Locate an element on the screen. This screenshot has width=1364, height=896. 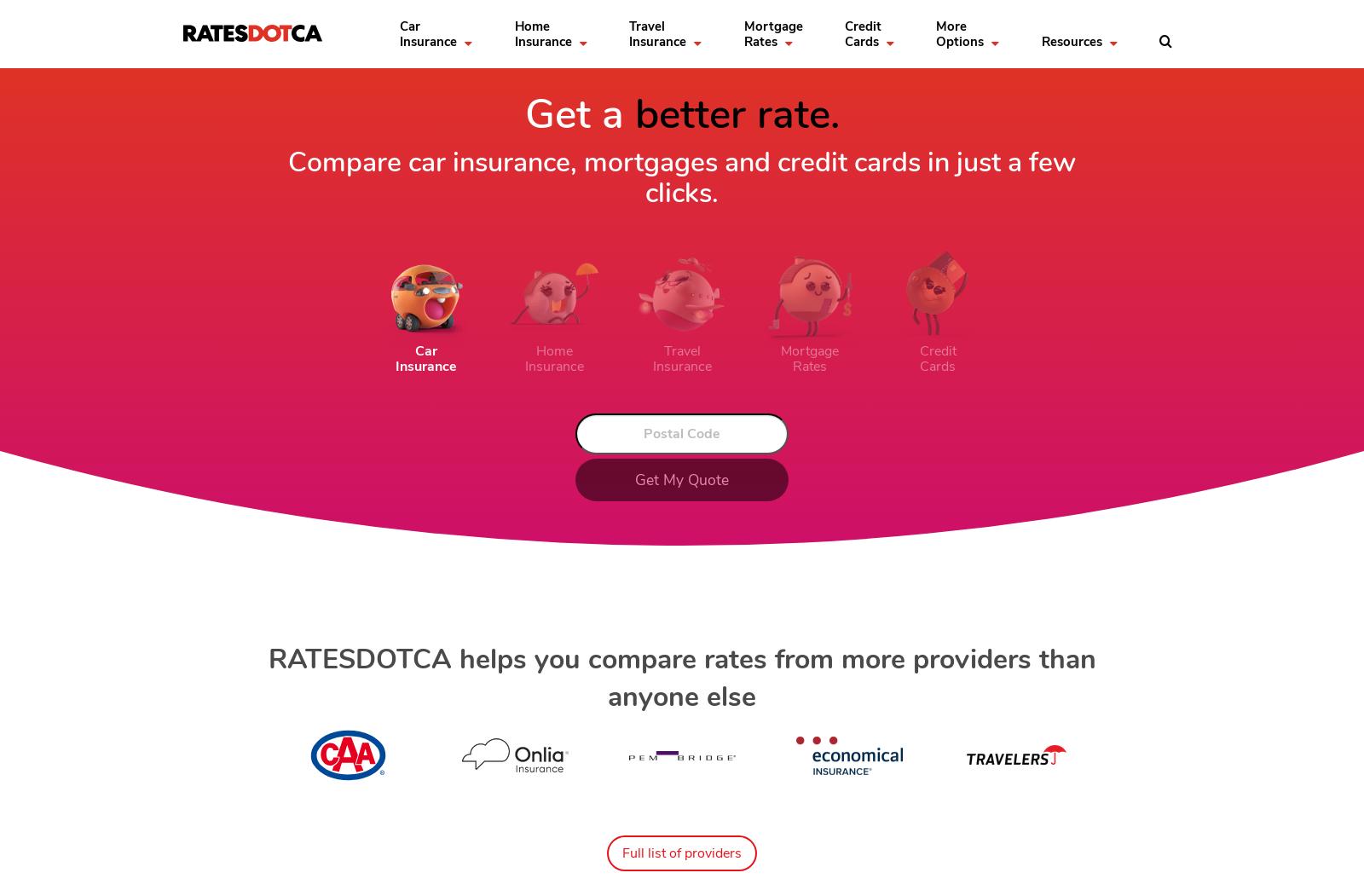
'Get My Quote' is located at coordinates (634, 479).